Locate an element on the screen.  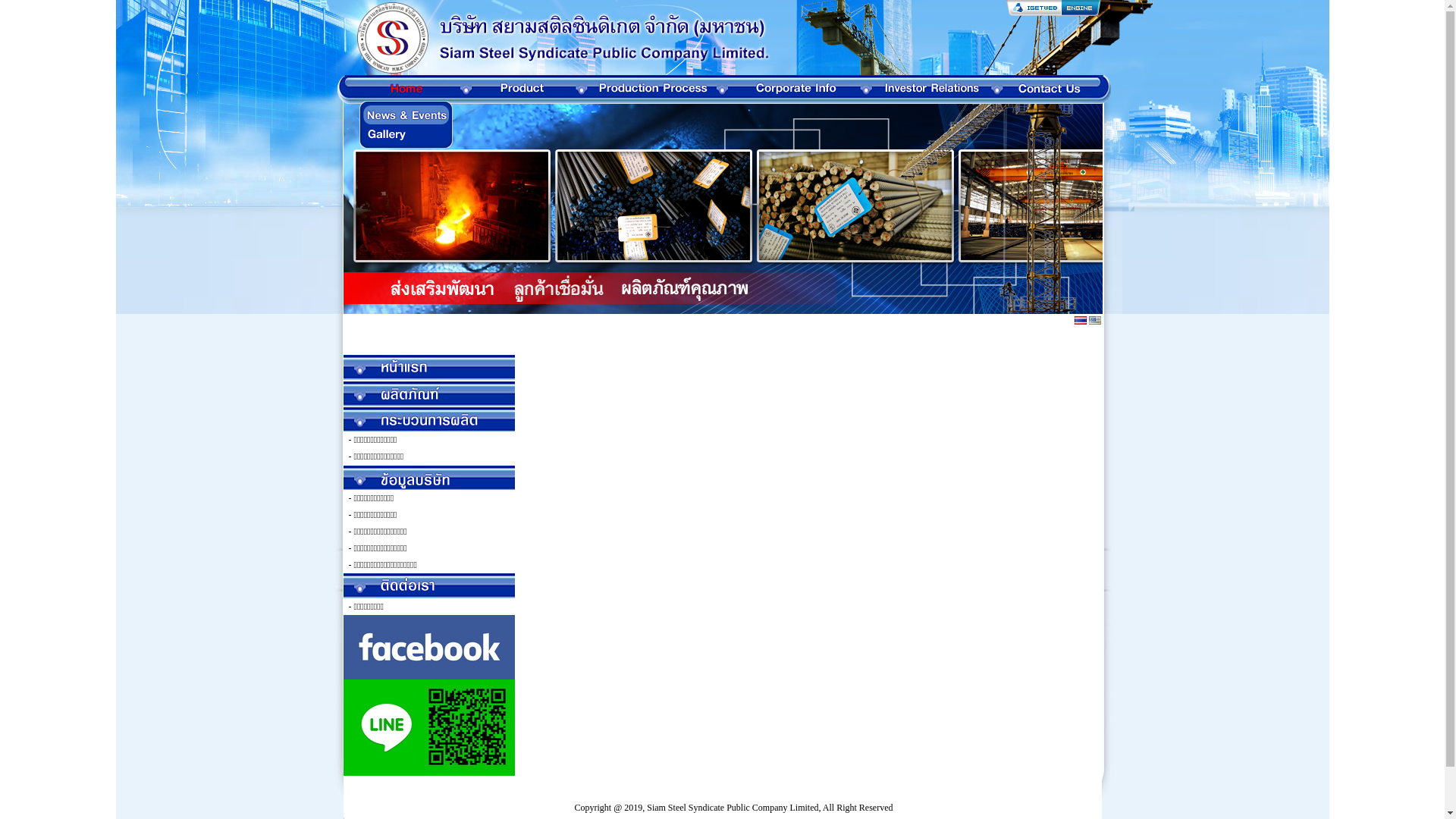
'fb' is located at coordinates (428, 647).